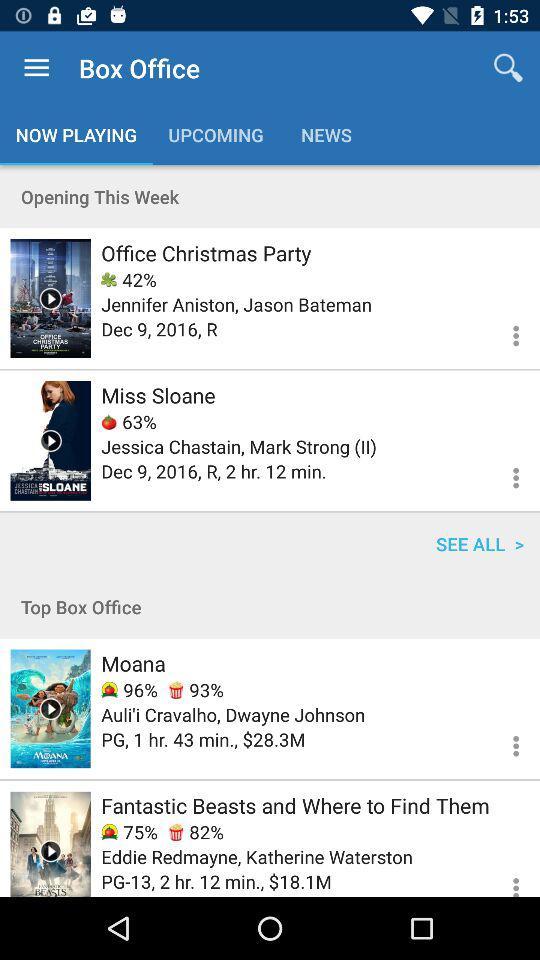 This screenshot has height=960, width=540. I want to click on trailer, so click(50, 297).